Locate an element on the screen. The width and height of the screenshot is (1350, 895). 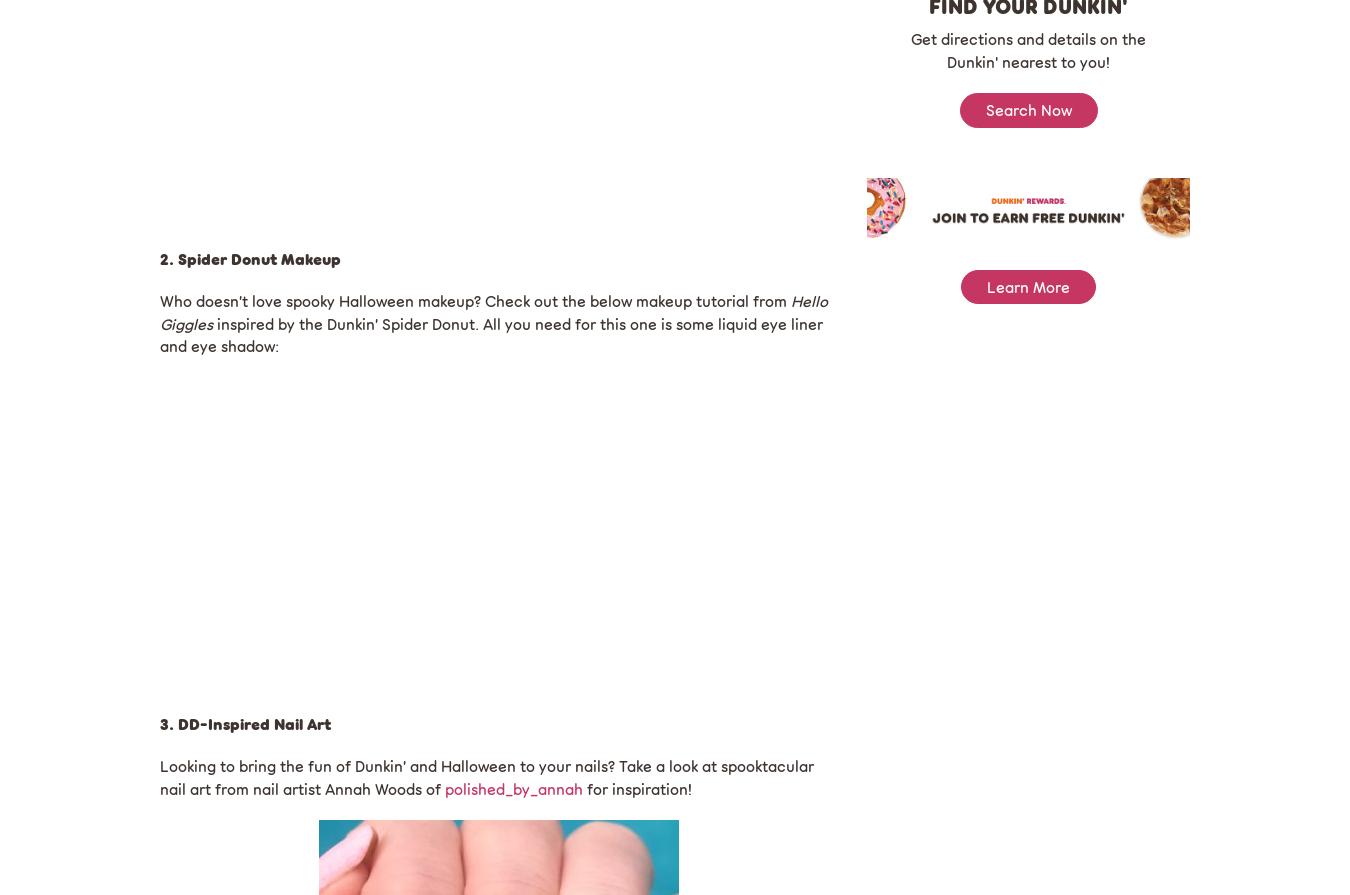
'inspired by the Dunkin’ Spider Donut. All you need for this one is some liquid eye liner and eye shadow:' is located at coordinates (159, 334).